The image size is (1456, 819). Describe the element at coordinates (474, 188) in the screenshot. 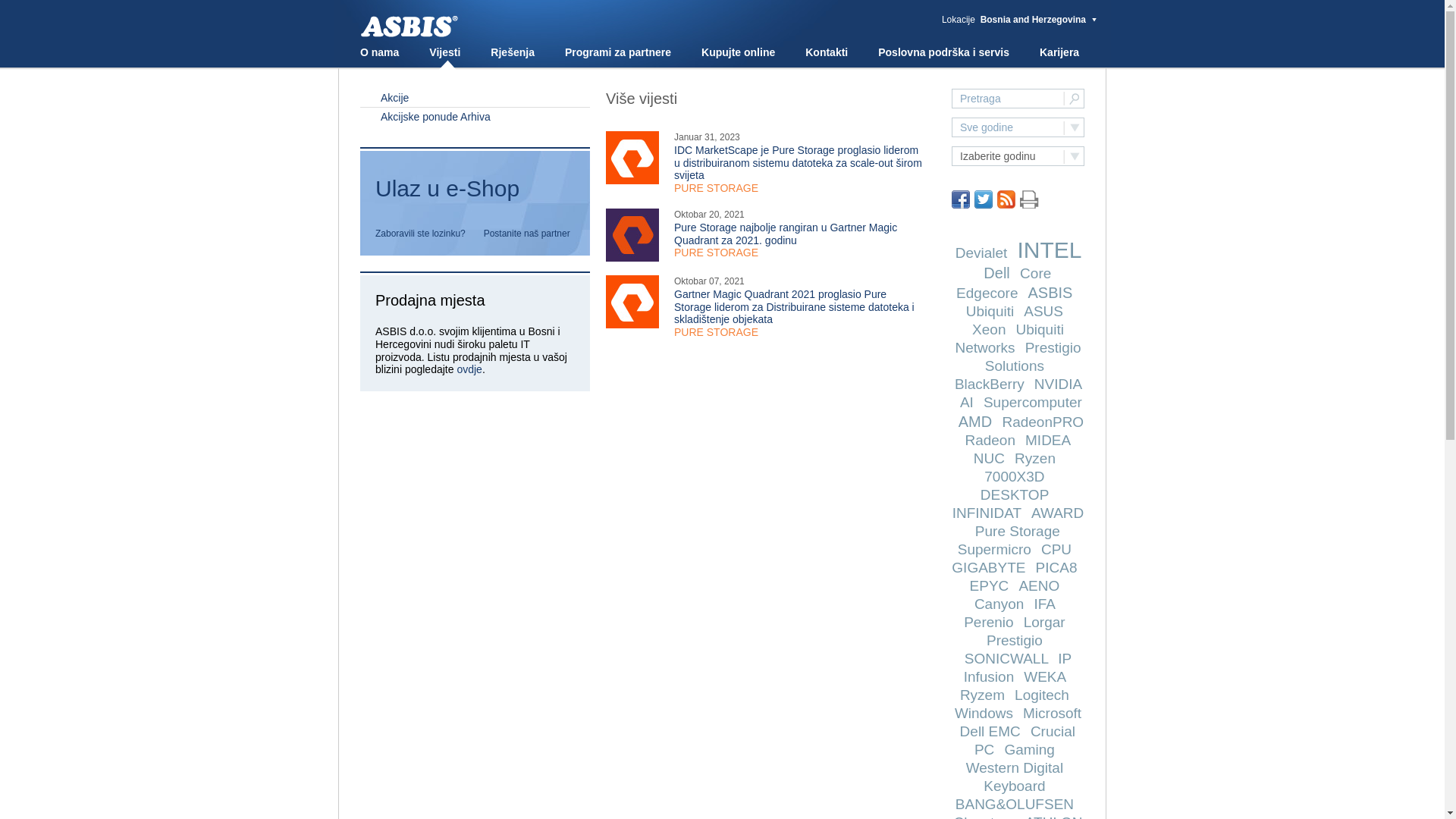

I see `'Ulaz u e-Shop'` at that location.